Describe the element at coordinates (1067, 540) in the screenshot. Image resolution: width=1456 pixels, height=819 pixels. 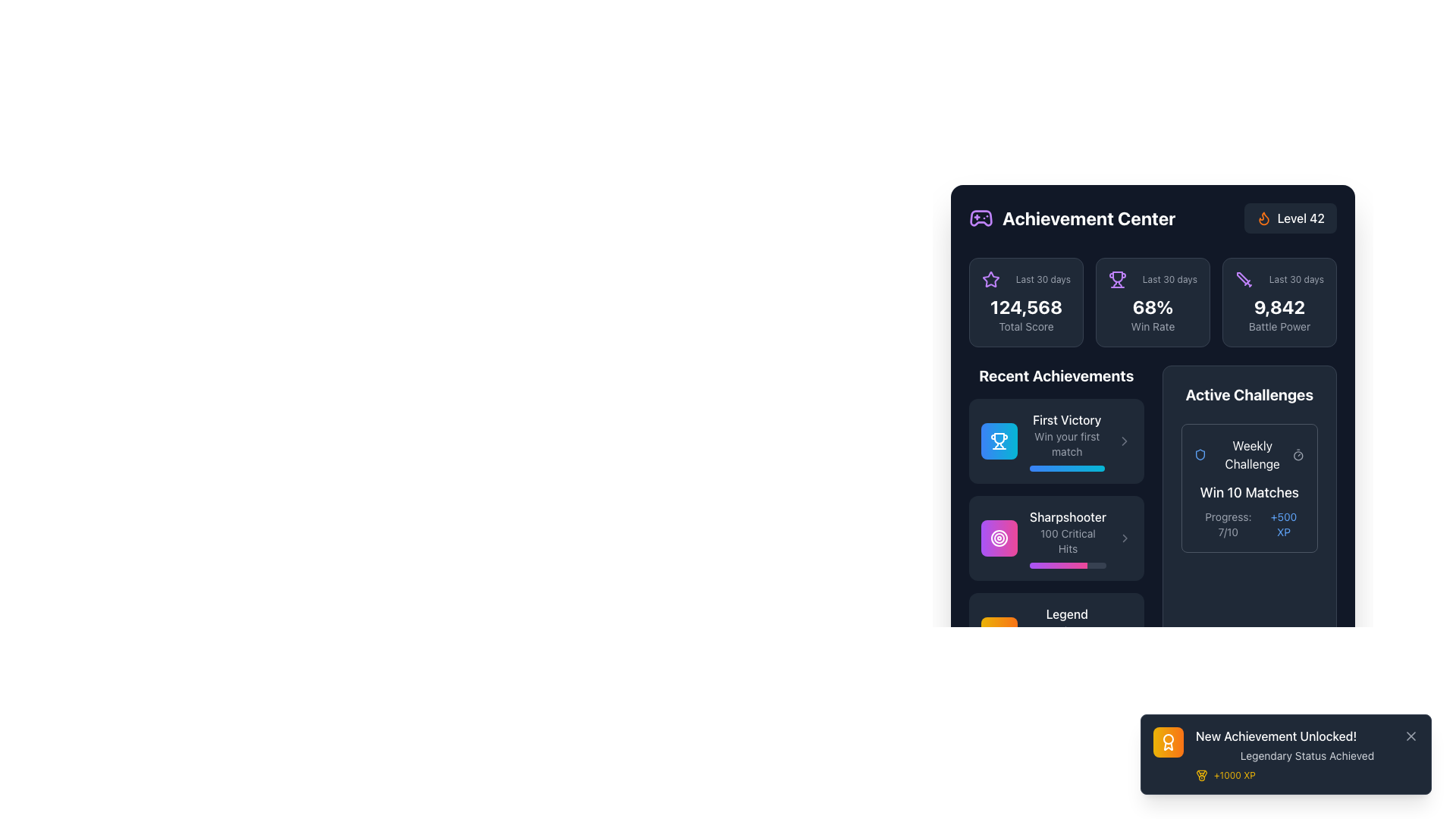
I see `the Text Display showing '100 Critical Hits' within the 'Recent Achievements' section, specifically under the 'Sharpshooter' title` at that location.